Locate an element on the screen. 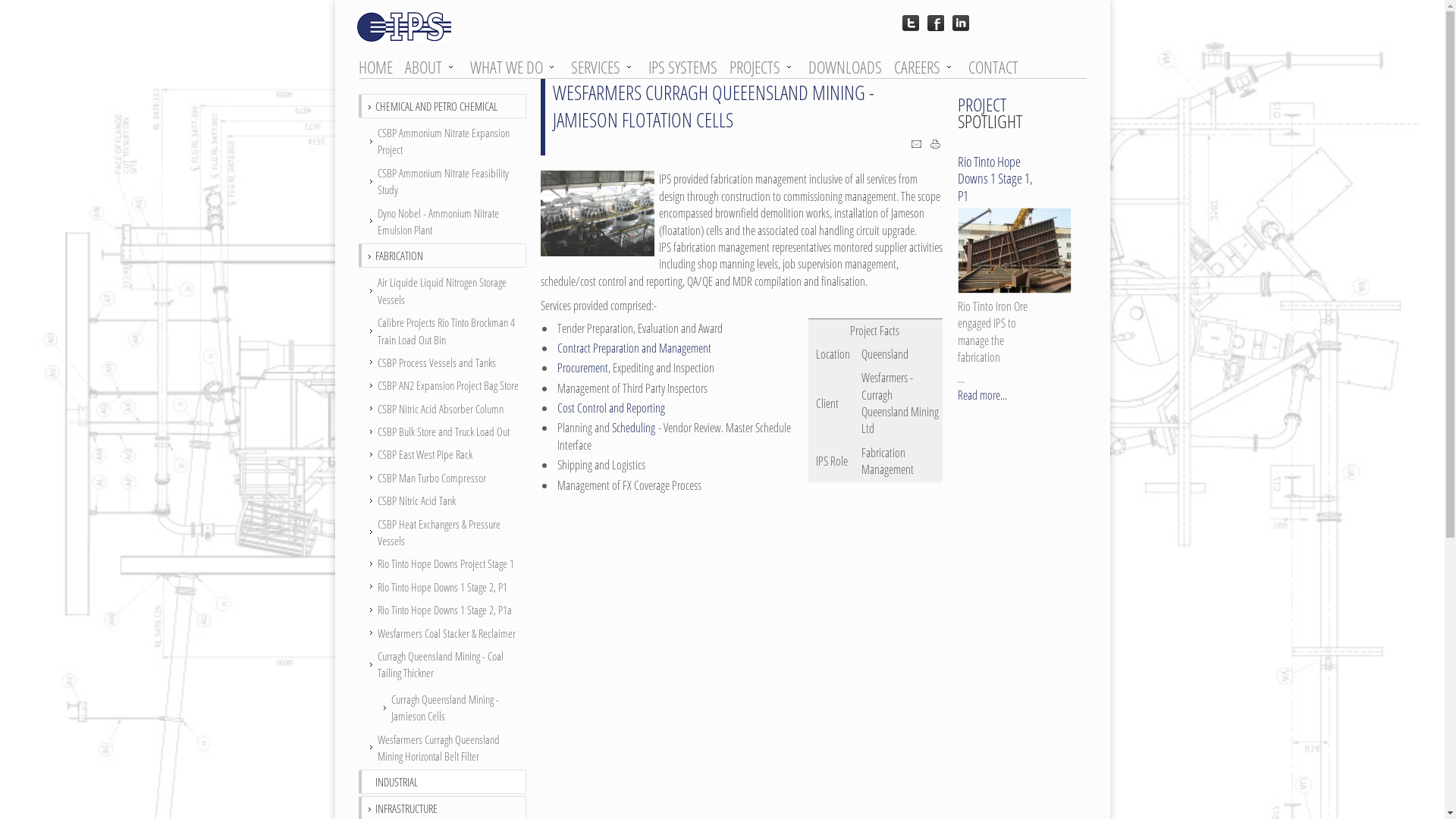  'ABOUT' is located at coordinates (429, 66).